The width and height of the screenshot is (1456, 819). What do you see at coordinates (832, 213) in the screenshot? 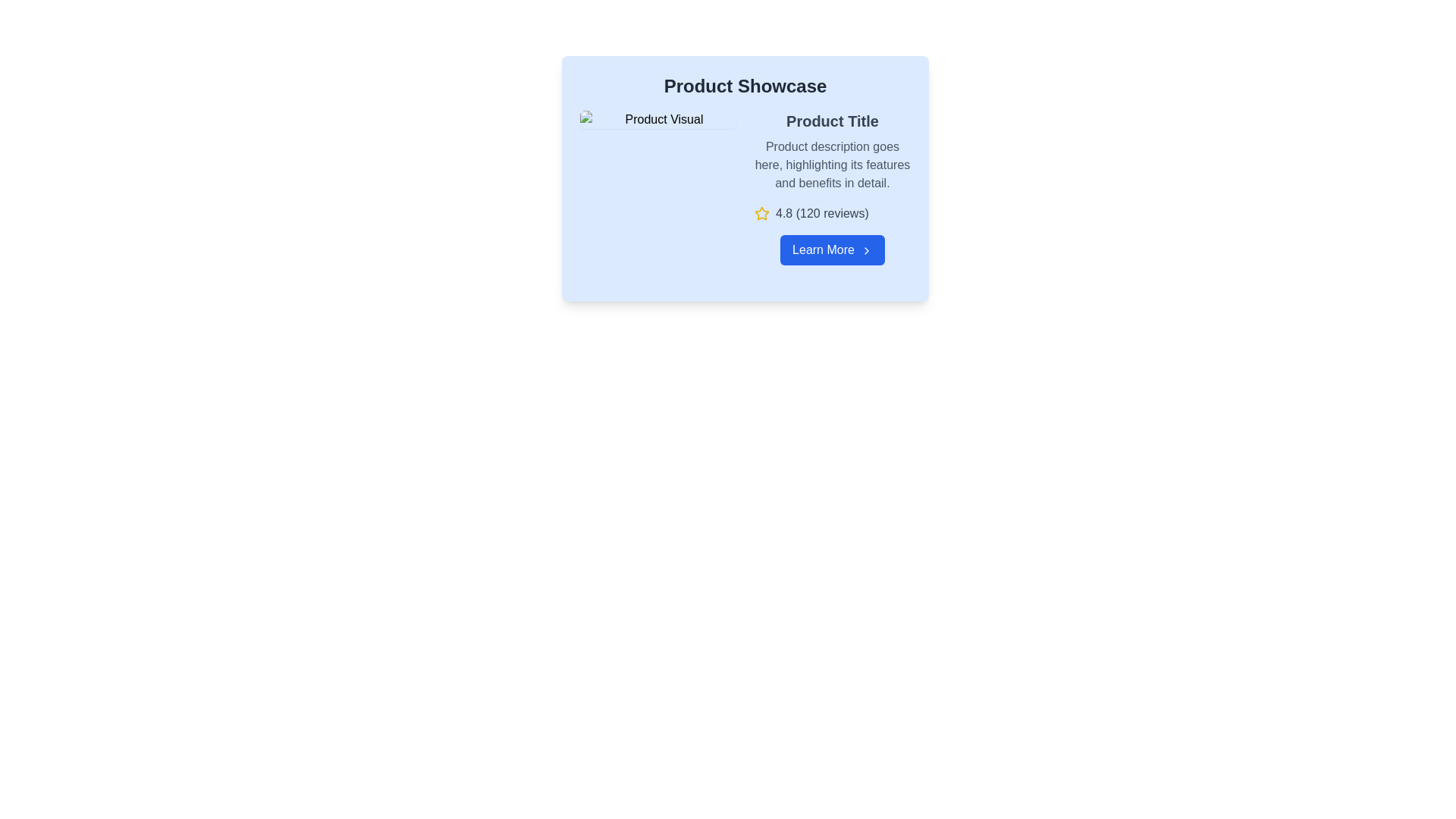
I see `the Rating display that shows the product rating and review count, located directly below the product description and above the 'Learn More' button` at bounding box center [832, 213].